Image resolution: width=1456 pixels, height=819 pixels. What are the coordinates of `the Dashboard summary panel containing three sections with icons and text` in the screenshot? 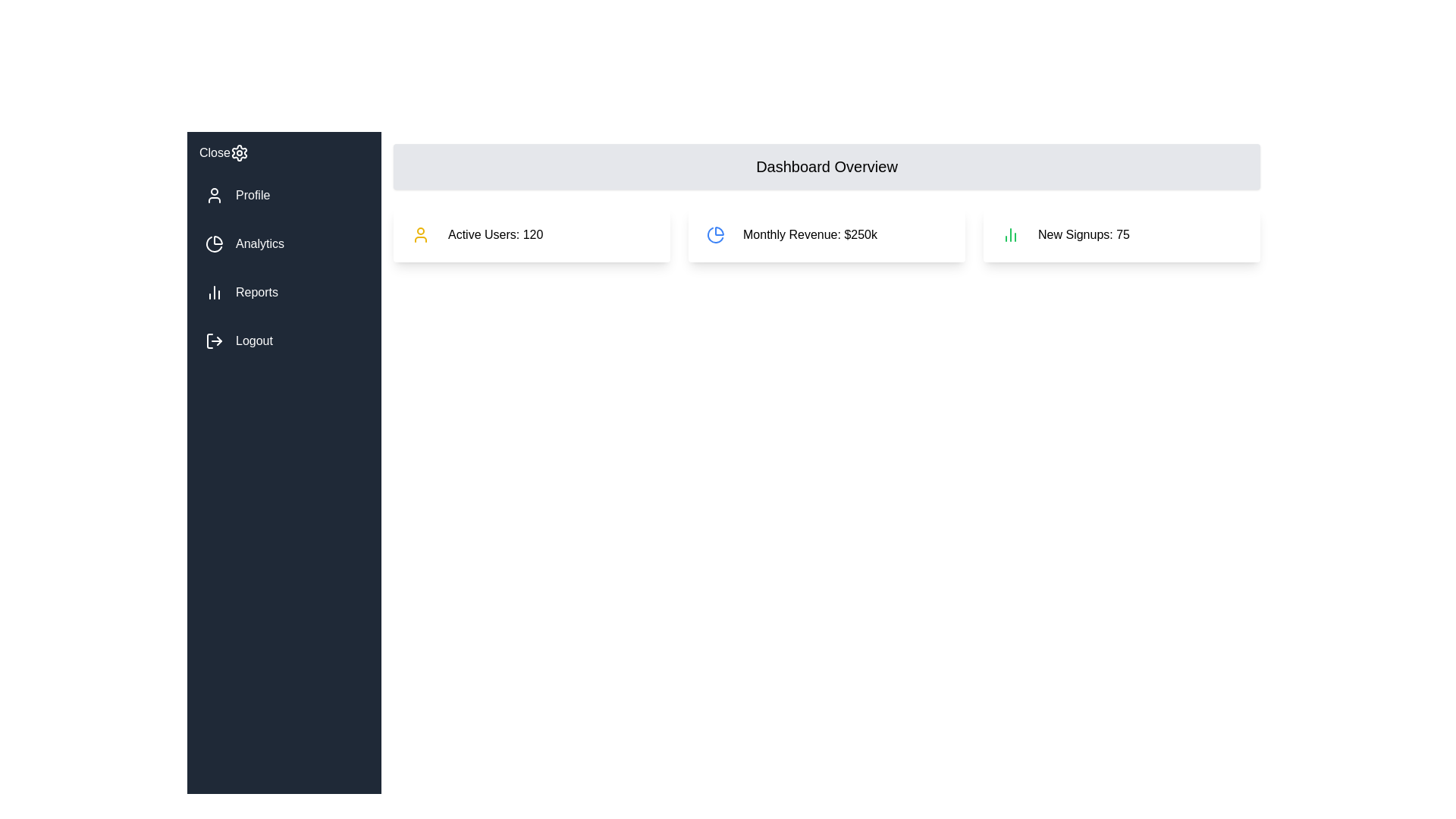 It's located at (826, 234).